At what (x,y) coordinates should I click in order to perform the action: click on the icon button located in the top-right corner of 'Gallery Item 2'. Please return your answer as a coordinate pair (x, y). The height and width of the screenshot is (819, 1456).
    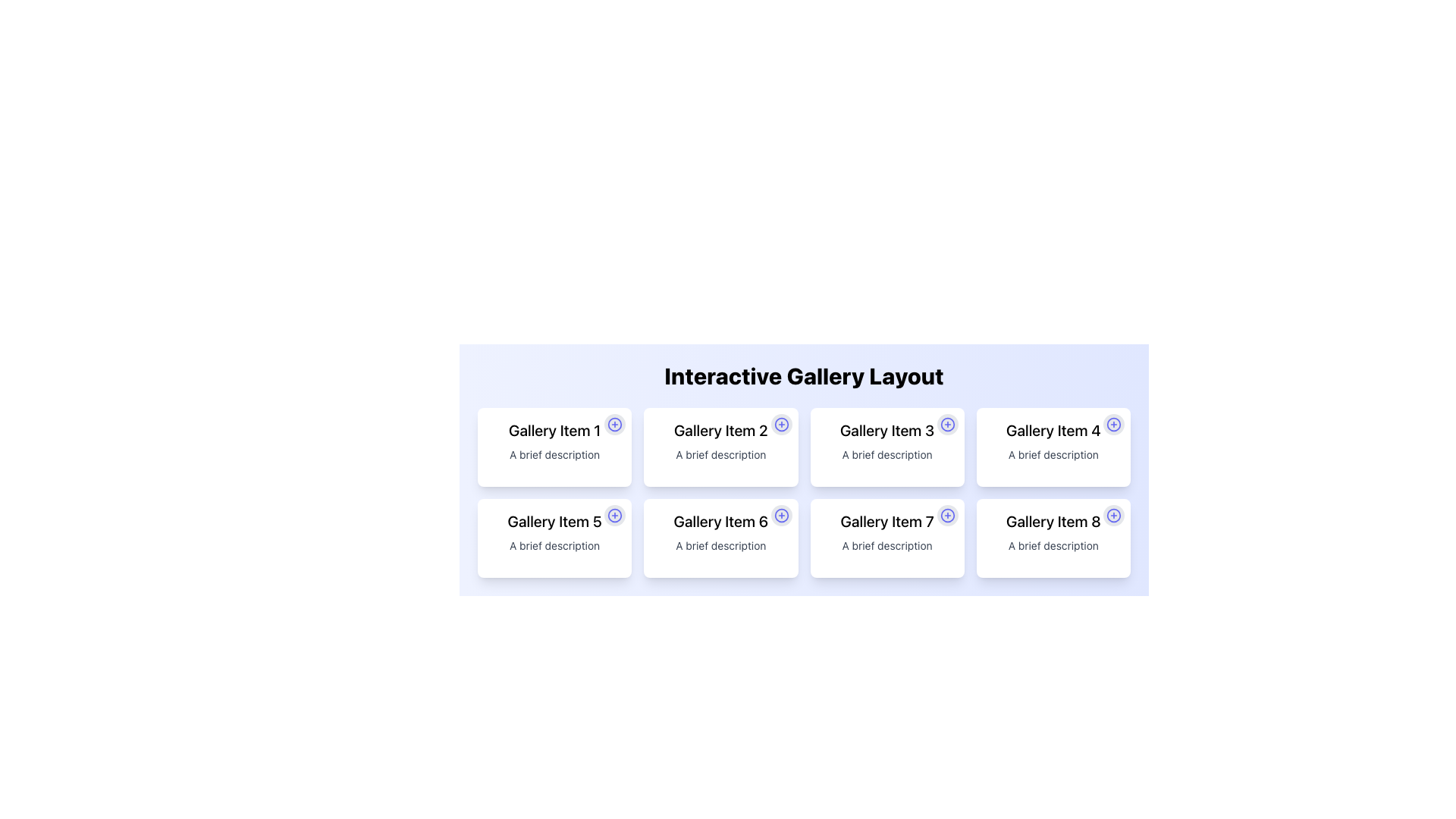
    Looking at the image, I should click on (781, 424).